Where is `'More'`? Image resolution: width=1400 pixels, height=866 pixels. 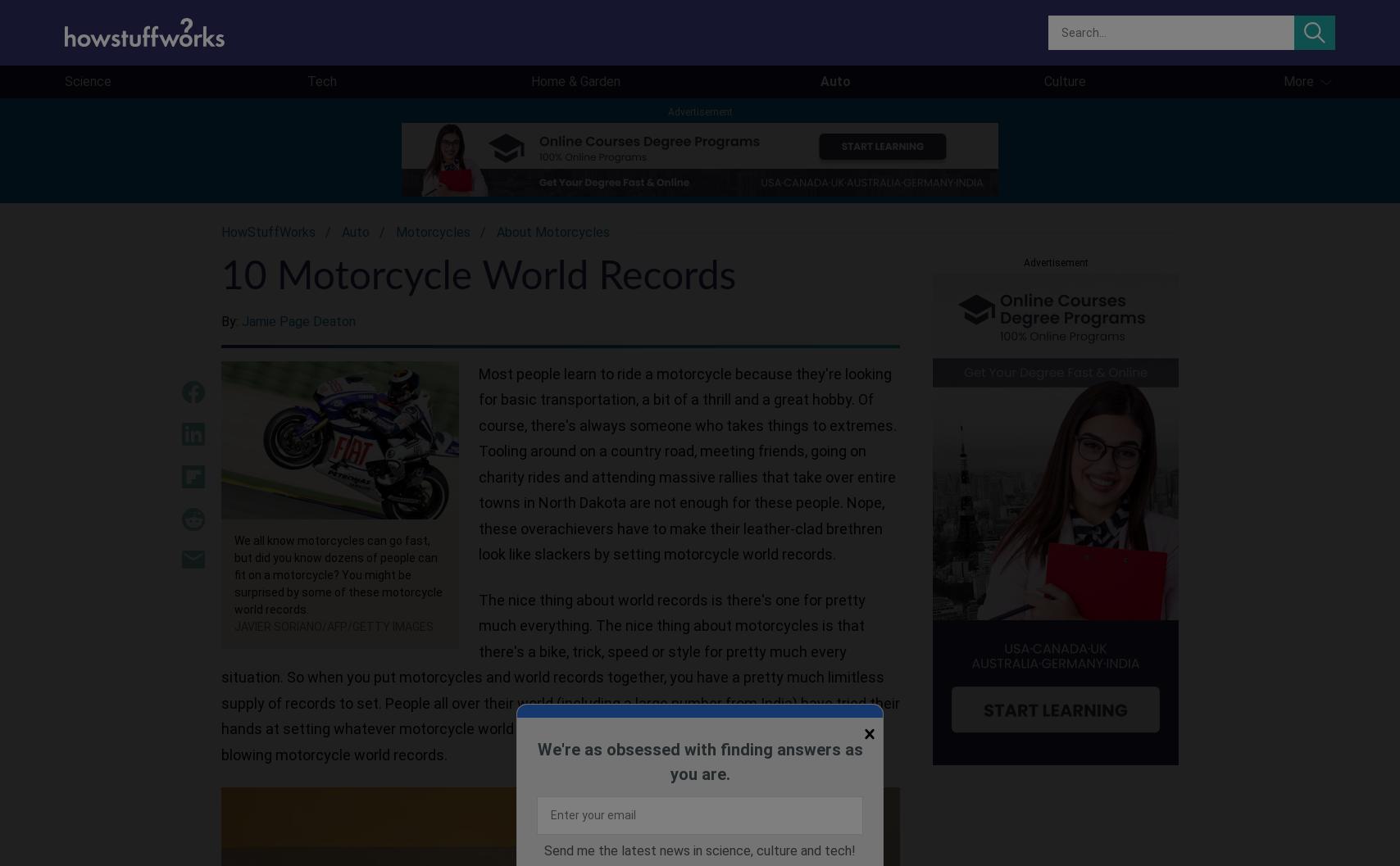 'More' is located at coordinates (1298, 80).